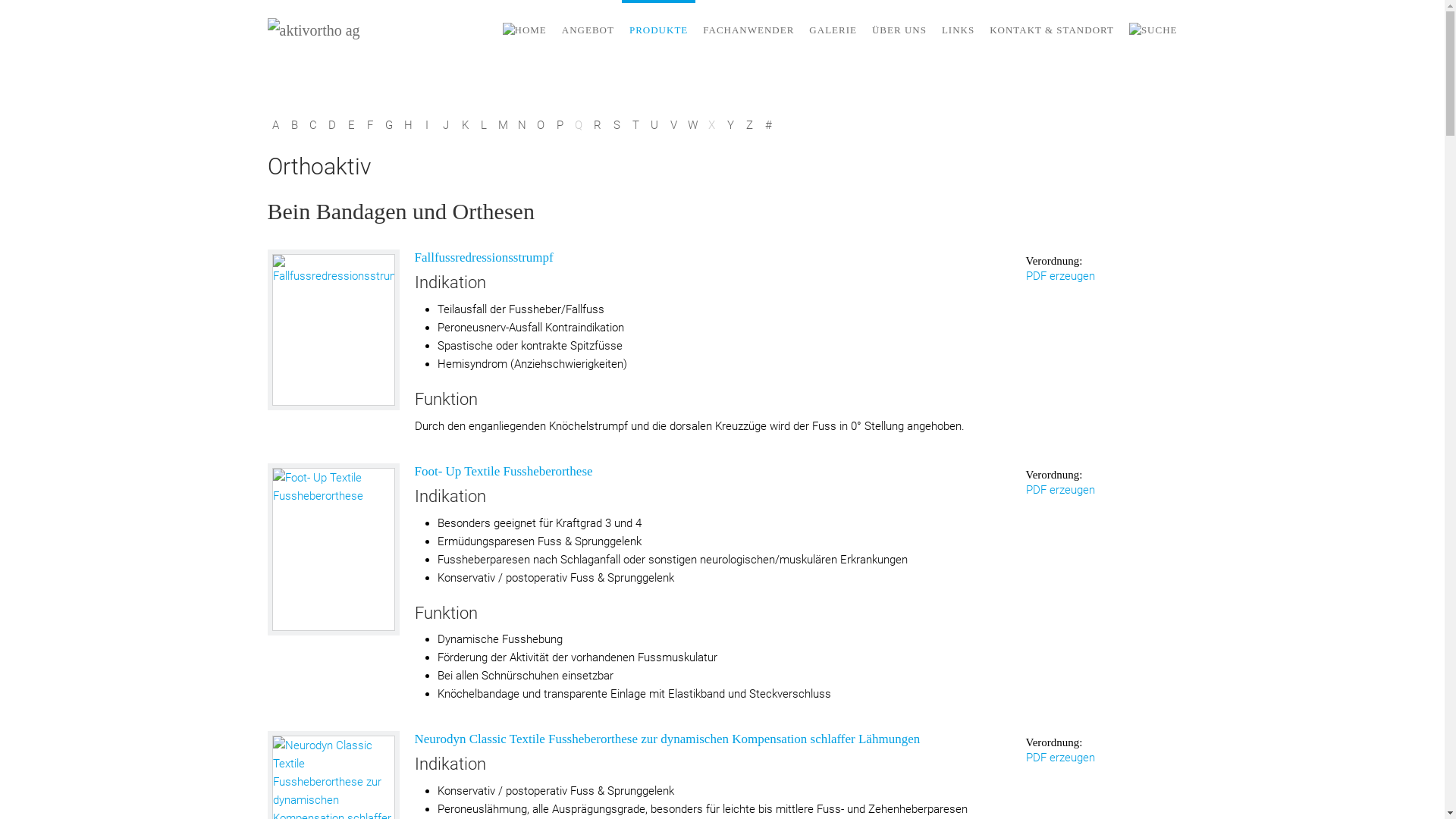 The width and height of the screenshot is (1456, 819). Describe the element at coordinates (730, 124) in the screenshot. I see `'Y'` at that location.